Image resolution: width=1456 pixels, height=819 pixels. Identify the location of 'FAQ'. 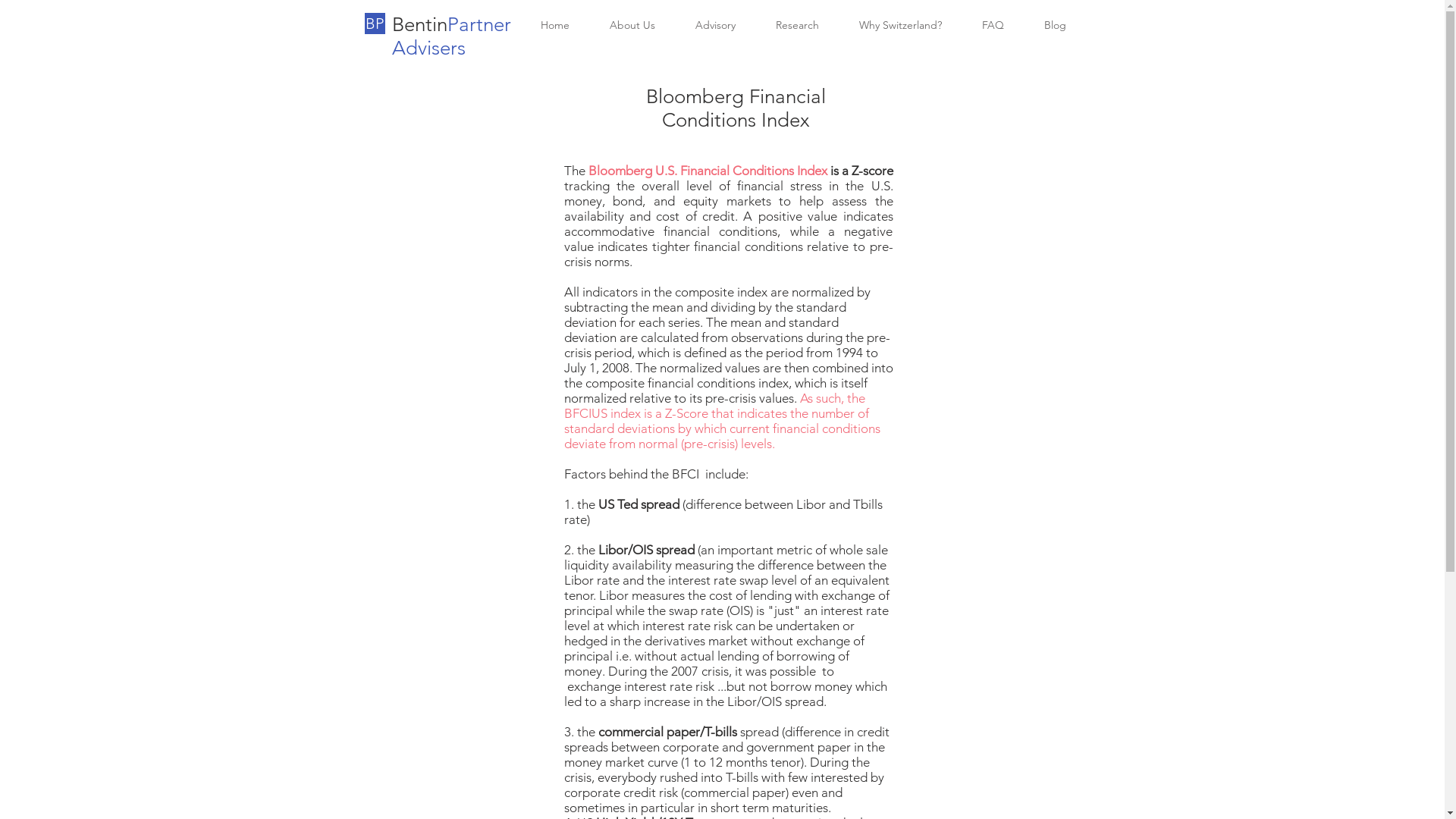
(993, 25).